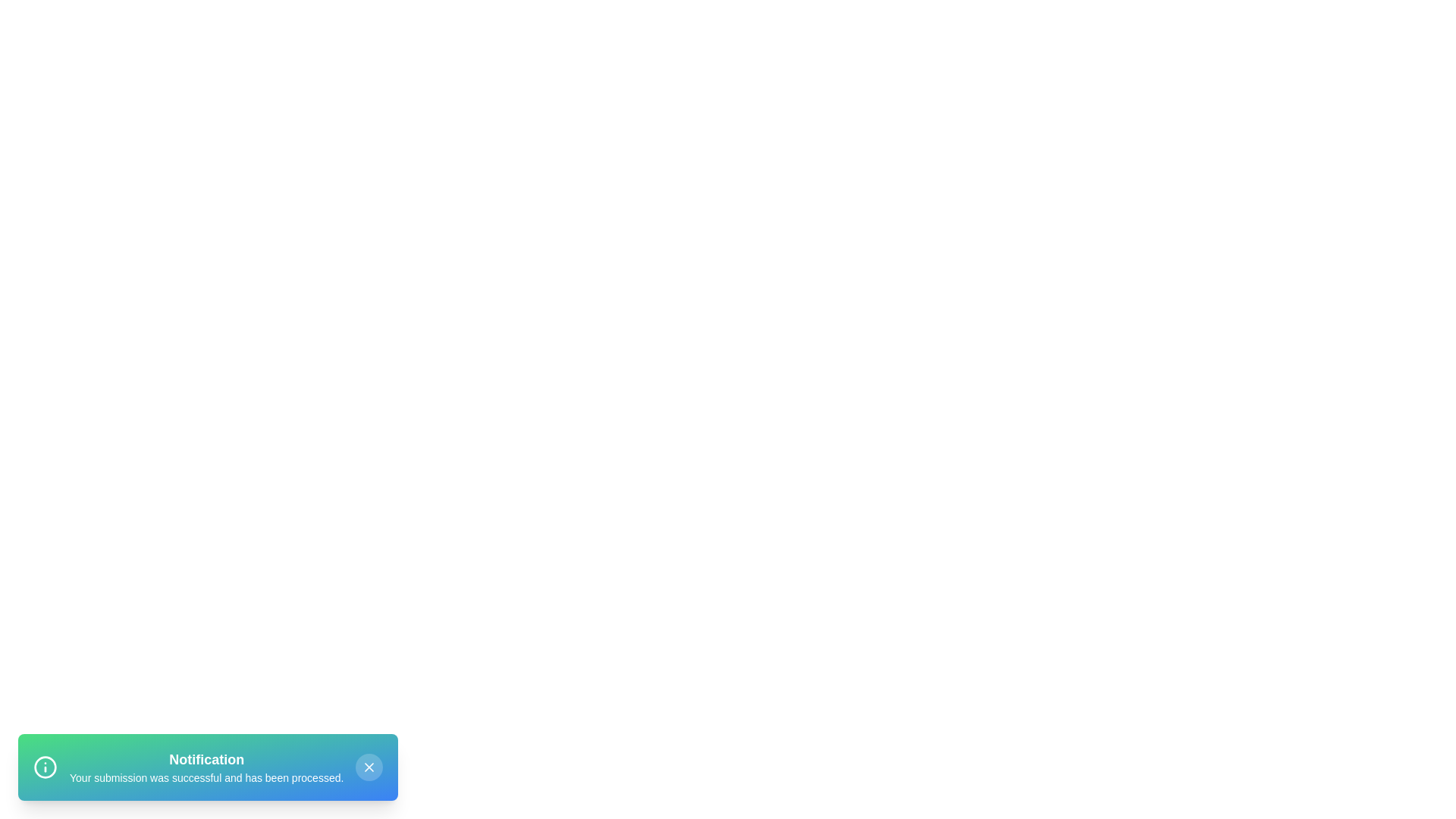 Image resolution: width=1456 pixels, height=819 pixels. What do you see at coordinates (369, 767) in the screenshot?
I see `the close button of the notification to dismiss it` at bounding box center [369, 767].